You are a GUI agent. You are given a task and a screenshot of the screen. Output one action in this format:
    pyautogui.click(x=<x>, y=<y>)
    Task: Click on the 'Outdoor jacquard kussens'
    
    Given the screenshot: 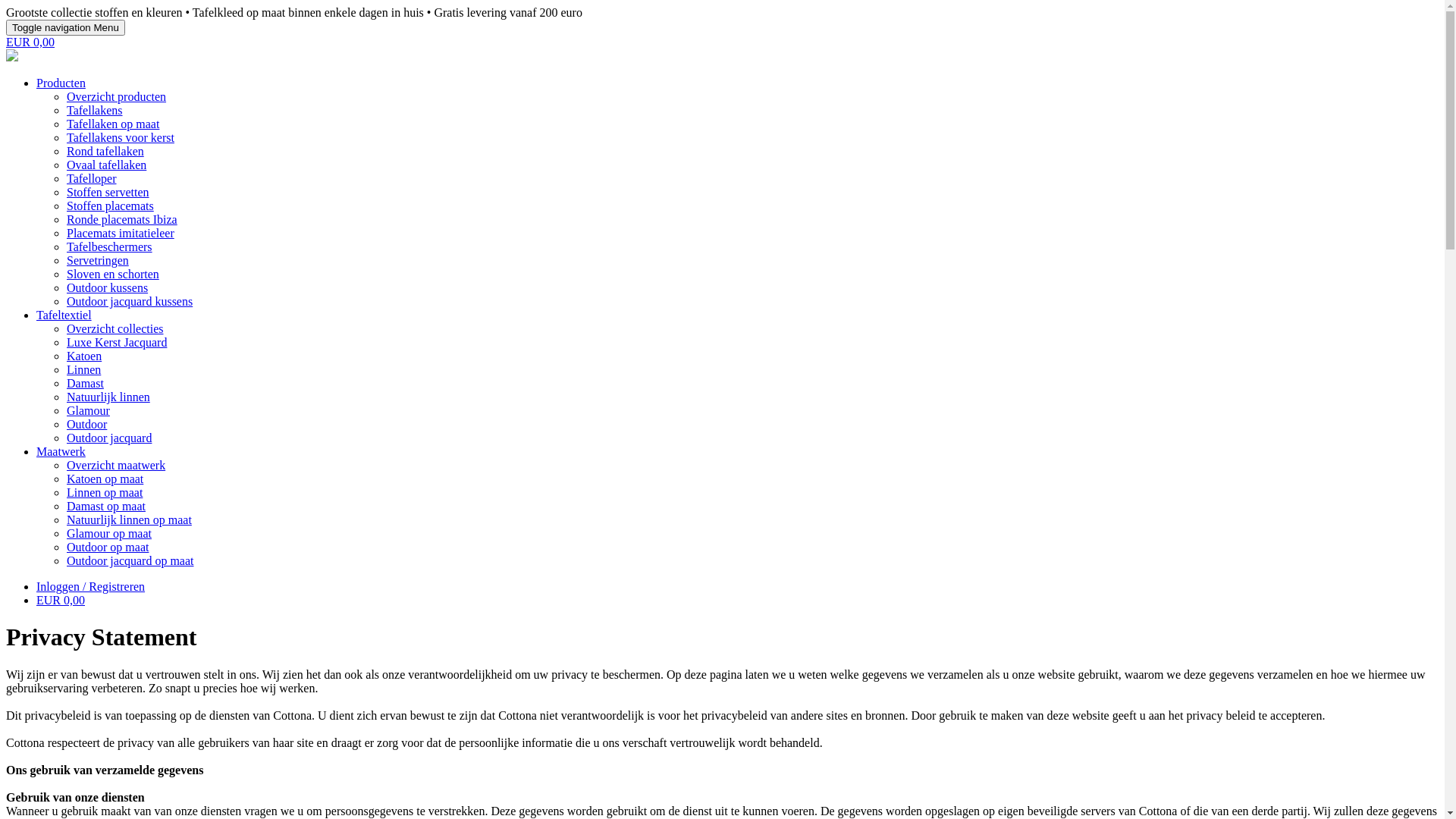 What is the action you would take?
    pyautogui.click(x=130, y=301)
    